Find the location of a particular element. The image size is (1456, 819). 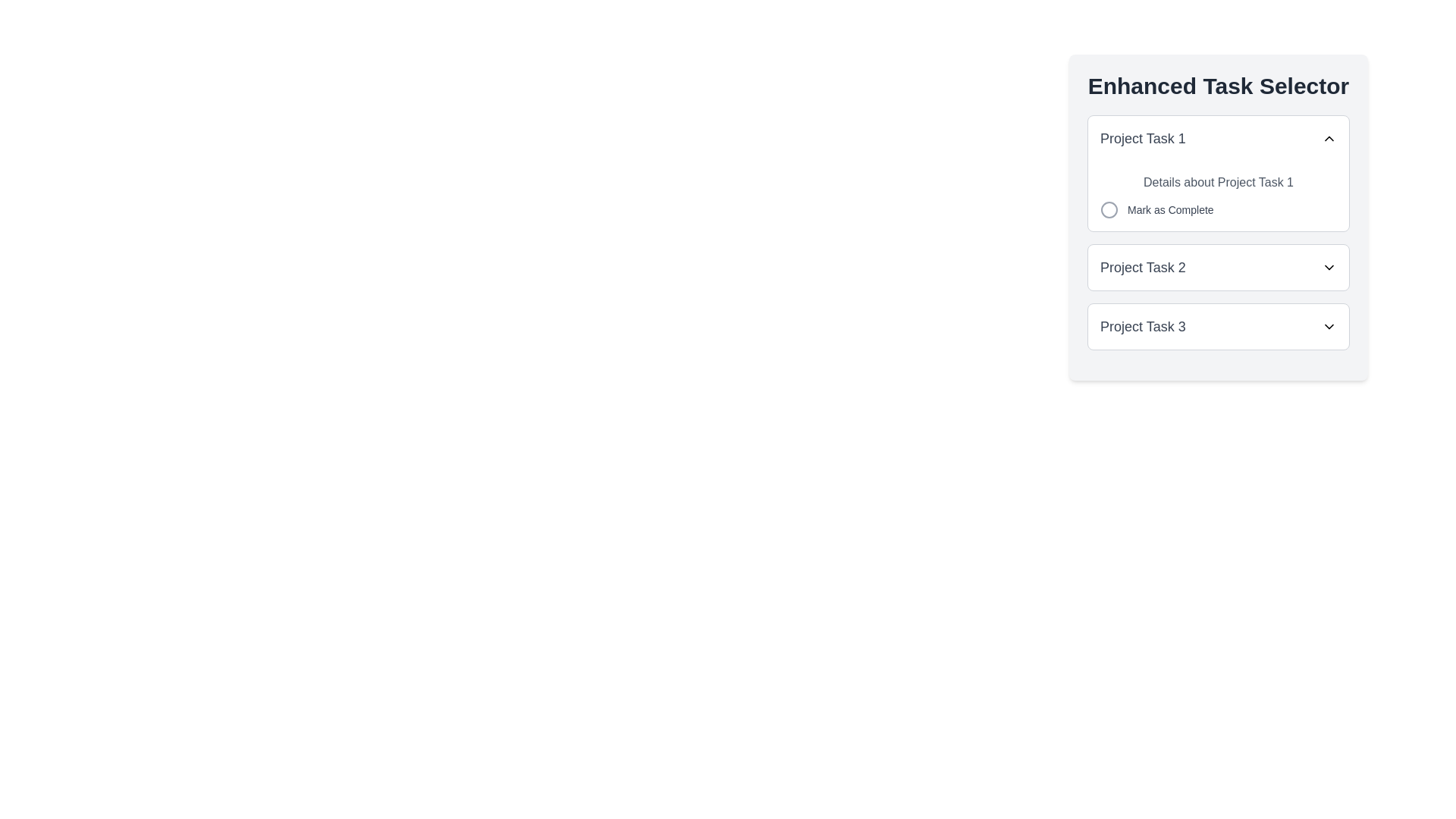

the 'Mark as Complete' button located within the expanded 'Project Task 1' section of the 'Enhanced Task Selector' panel, which has a white background and rounded corners is located at coordinates (1219, 217).